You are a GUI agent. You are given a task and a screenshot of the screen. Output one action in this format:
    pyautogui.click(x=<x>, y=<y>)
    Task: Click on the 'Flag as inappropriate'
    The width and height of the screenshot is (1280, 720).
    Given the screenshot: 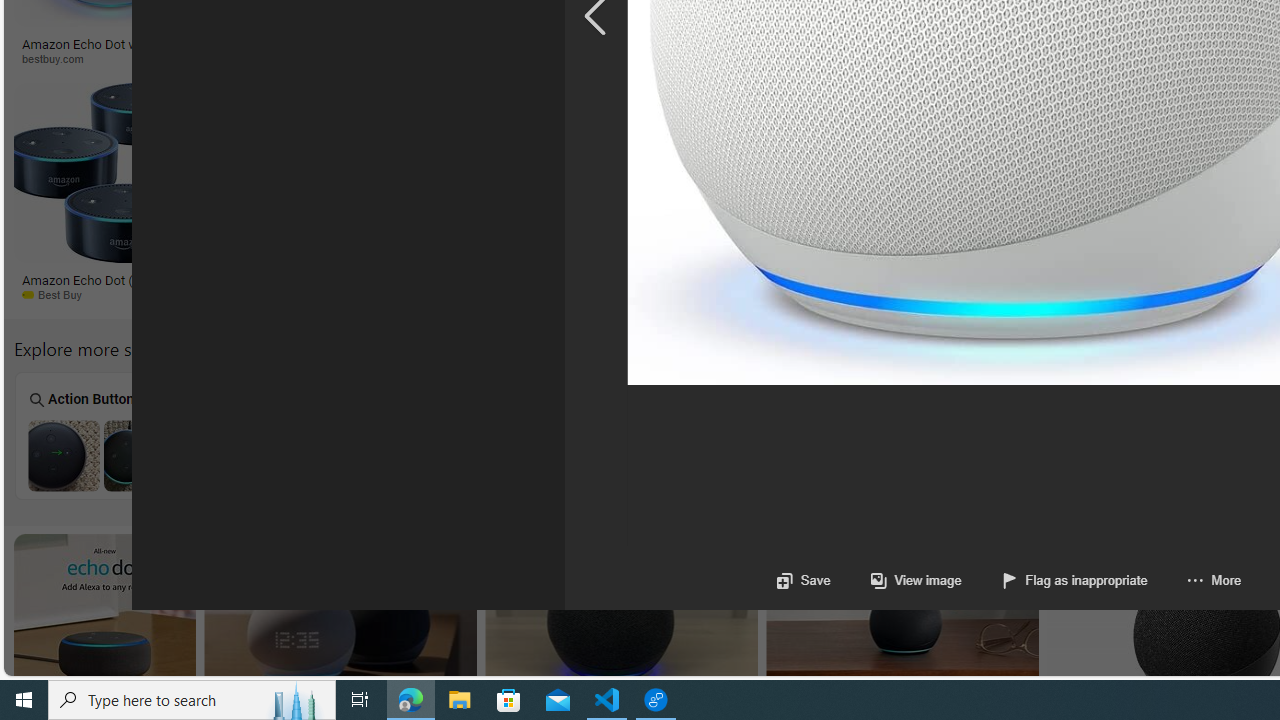 What is the action you would take?
    pyautogui.click(x=1073, y=580)
    